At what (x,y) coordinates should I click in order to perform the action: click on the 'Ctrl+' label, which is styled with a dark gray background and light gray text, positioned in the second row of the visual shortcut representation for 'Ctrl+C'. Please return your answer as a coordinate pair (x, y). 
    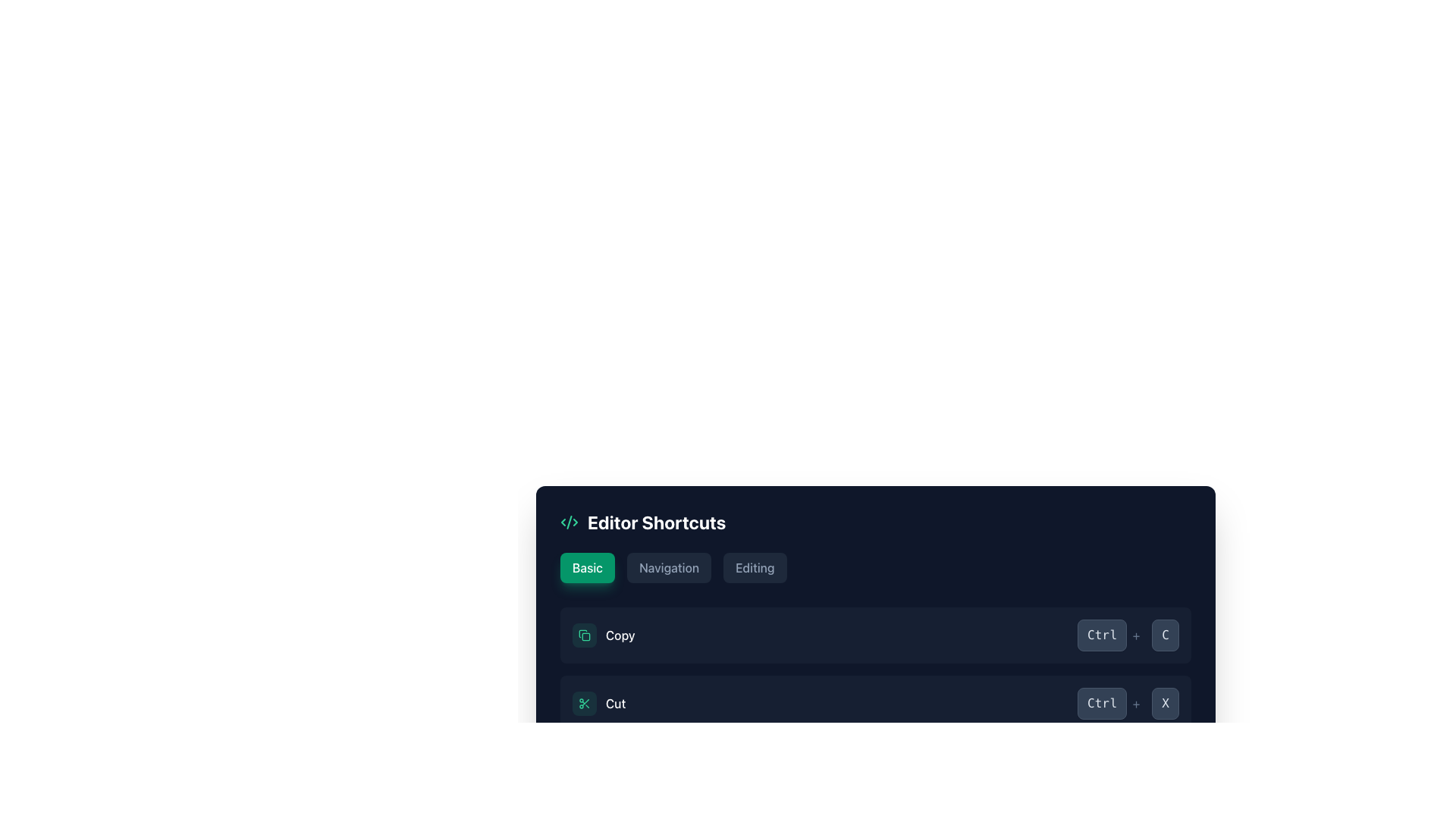
    Looking at the image, I should click on (1112, 635).